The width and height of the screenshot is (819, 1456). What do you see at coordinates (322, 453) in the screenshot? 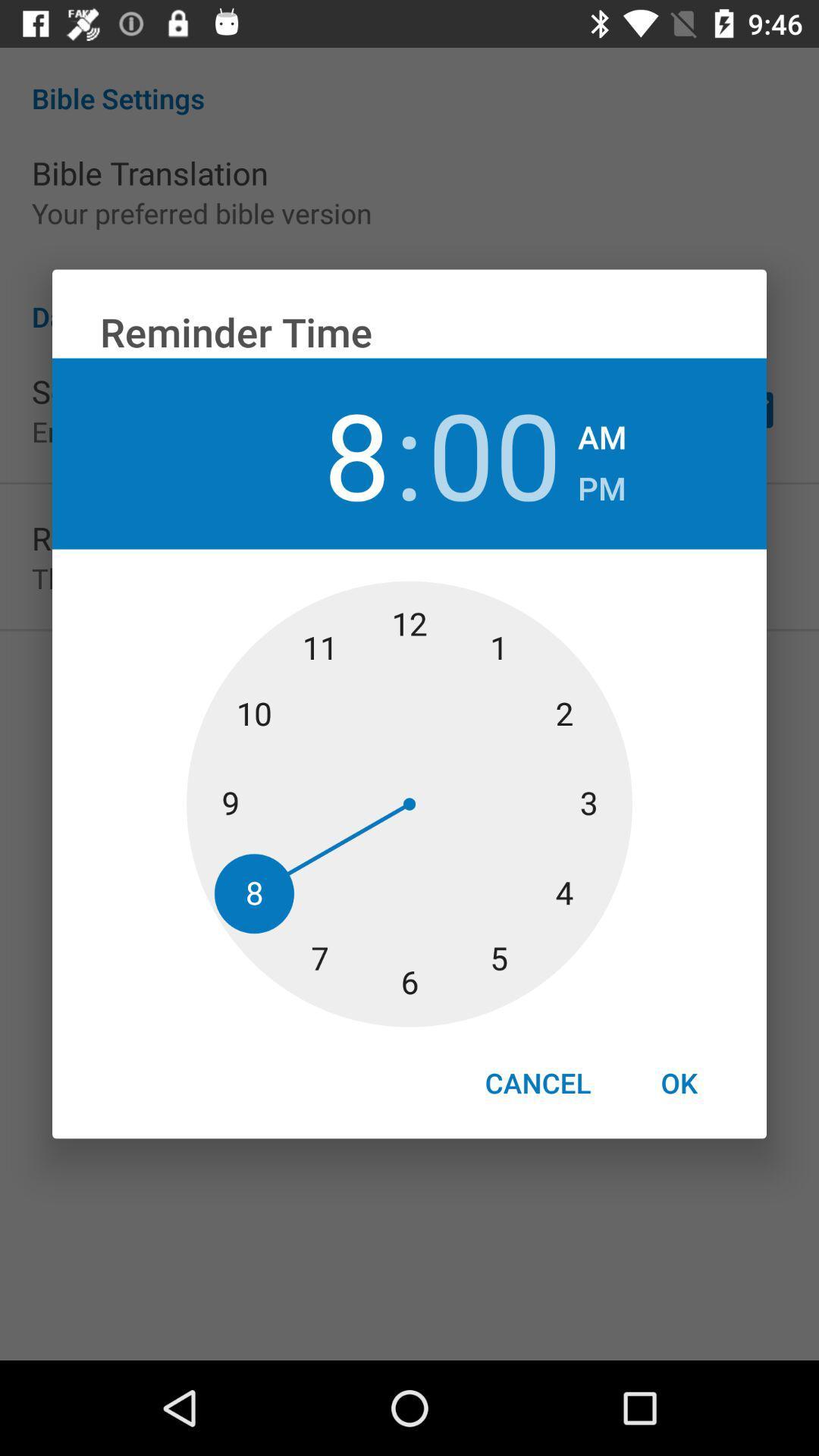
I see `the 8` at bounding box center [322, 453].